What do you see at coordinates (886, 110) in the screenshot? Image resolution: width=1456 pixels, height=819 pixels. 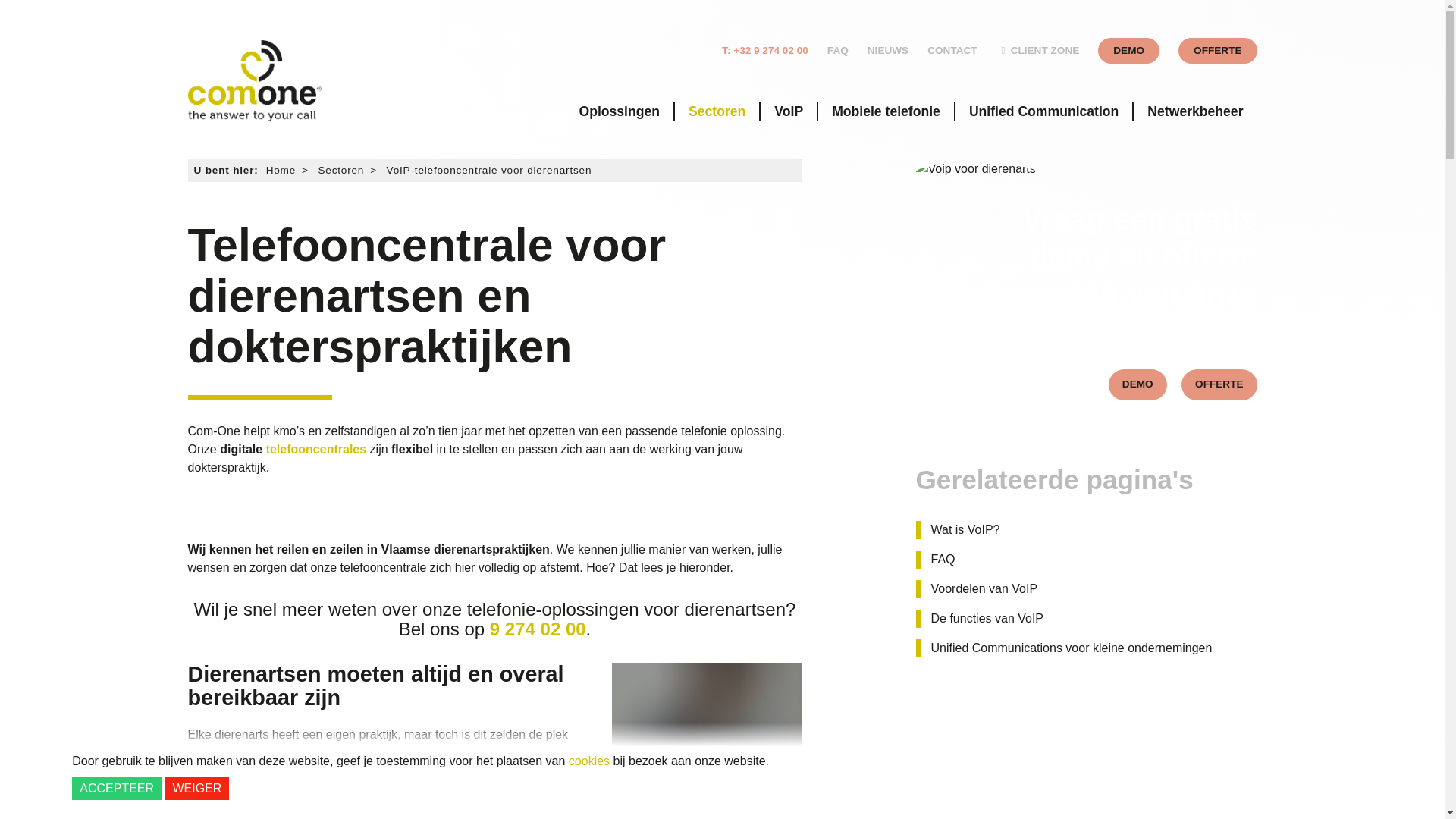 I see `'Mobiele telefonie'` at bounding box center [886, 110].